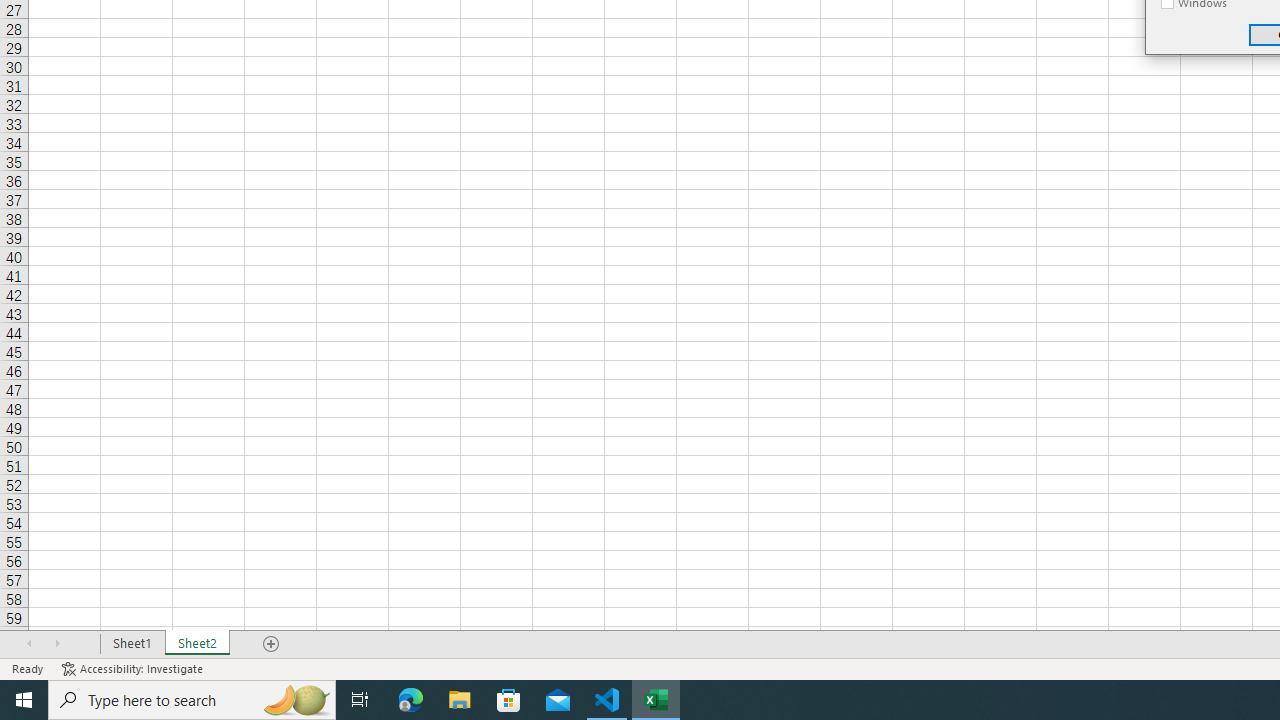 The height and width of the screenshot is (720, 1280). Describe the element at coordinates (24, 698) in the screenshot. I see `'Start'` at that location.